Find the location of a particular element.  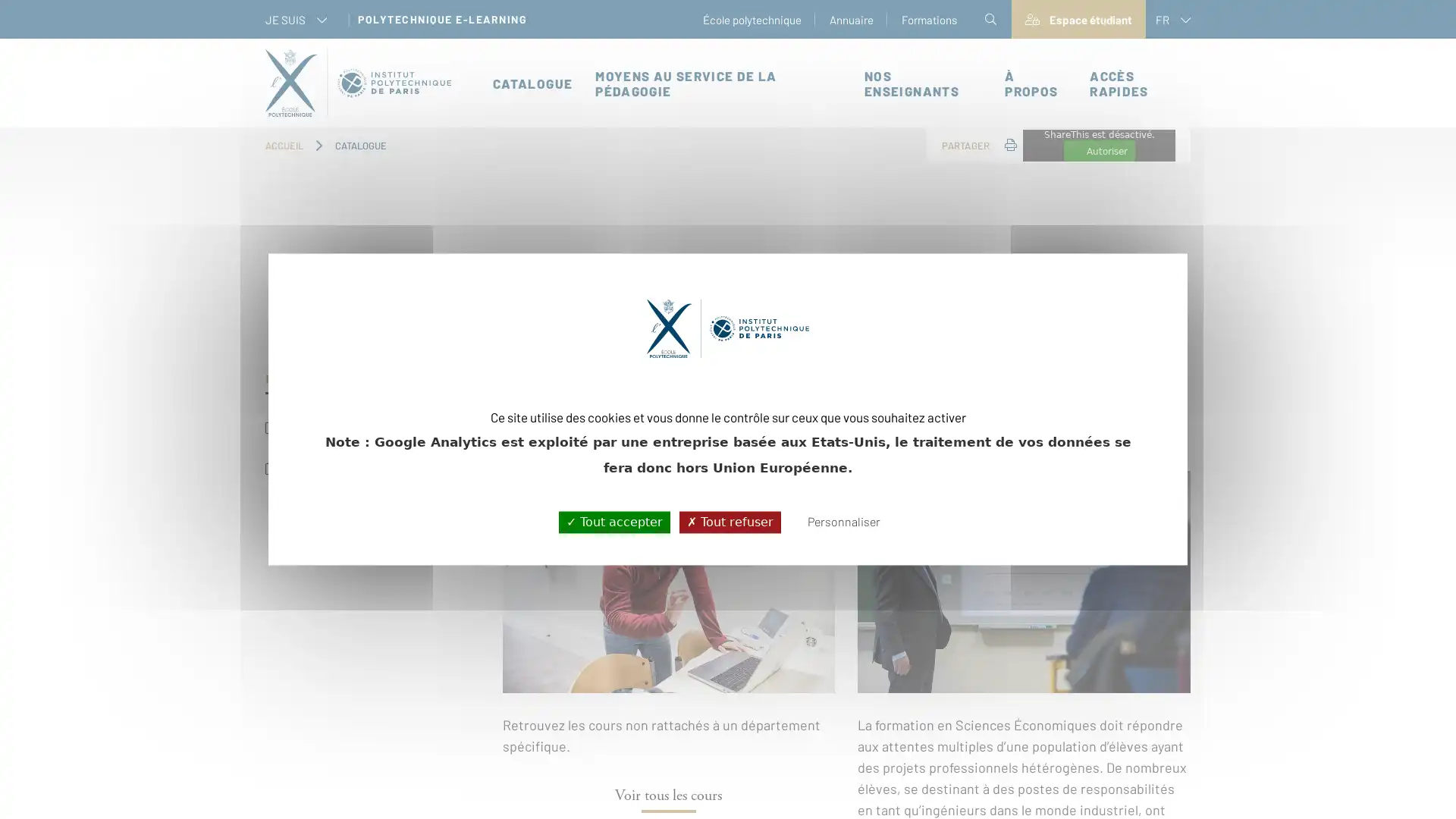

Tout refuser is located at coordinates (729, 521).